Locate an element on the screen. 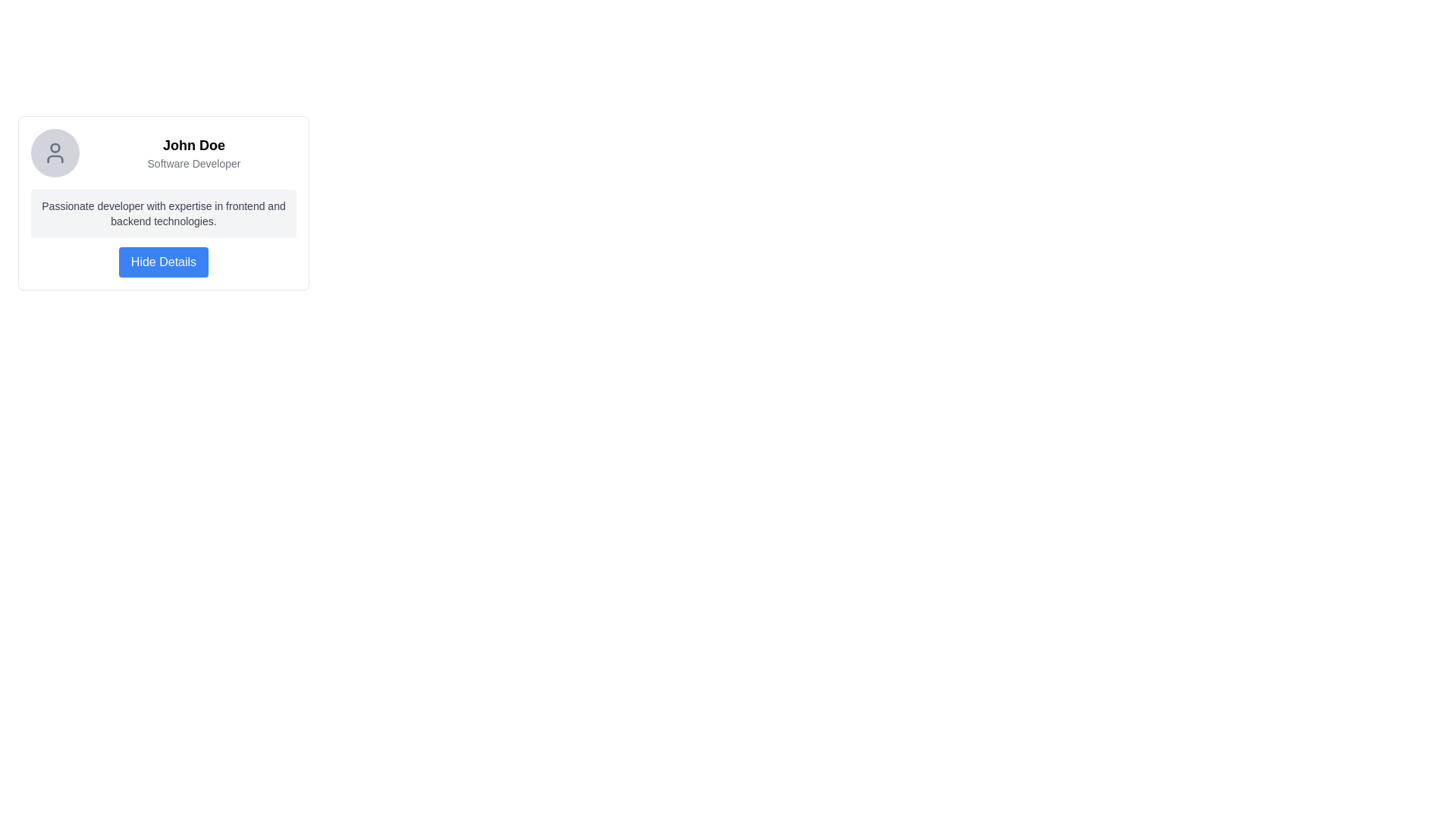 The height and width of the screenshot is (819, 1456). the descriptive text that summarizes the user's skills and expertise, located beneath the 'John Doe' header and above the 'Hide Details' button is located at coordinates (164, 213).